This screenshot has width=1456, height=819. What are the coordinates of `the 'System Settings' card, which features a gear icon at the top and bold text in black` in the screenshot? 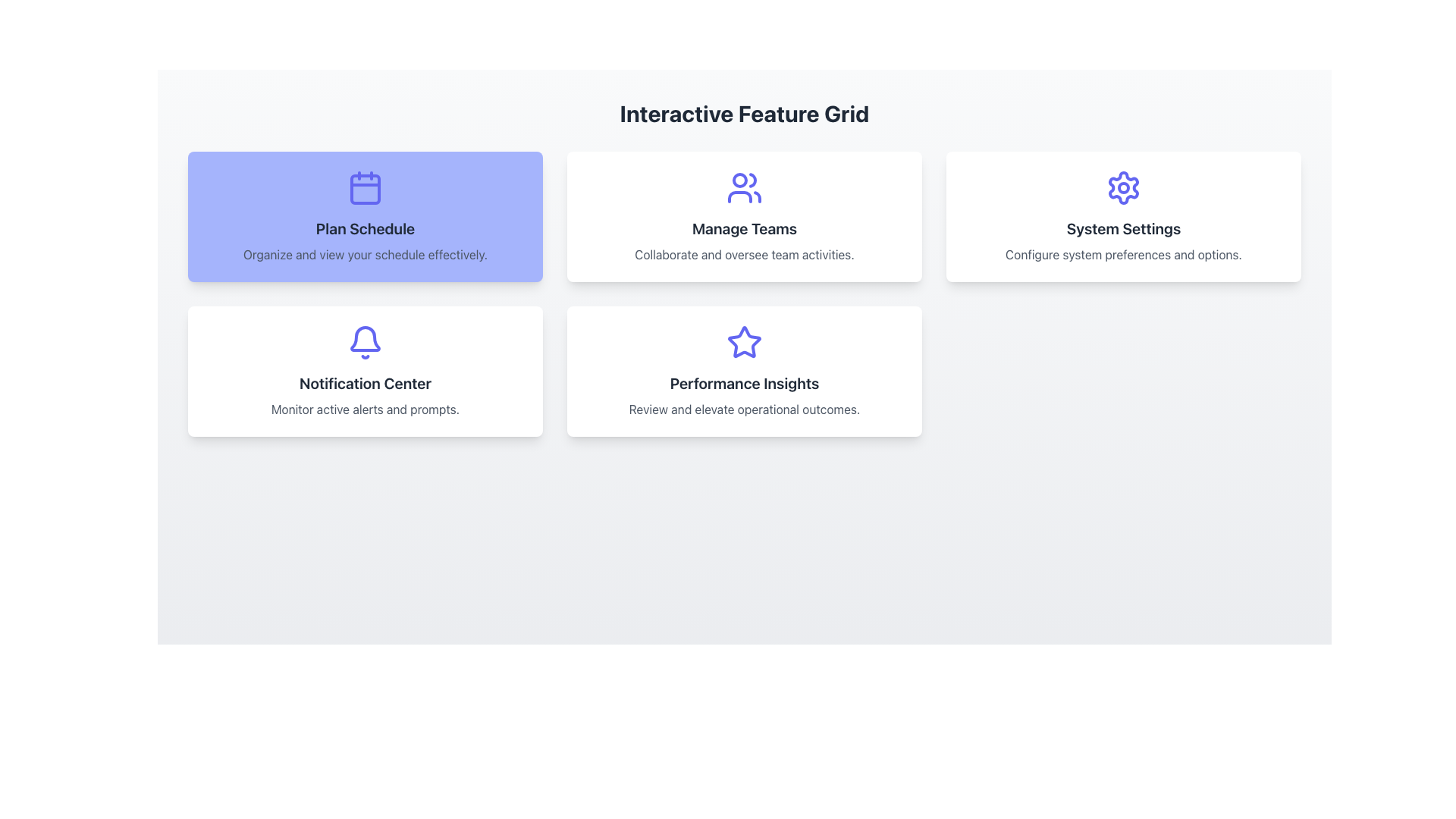 It's located at (1124, 216).